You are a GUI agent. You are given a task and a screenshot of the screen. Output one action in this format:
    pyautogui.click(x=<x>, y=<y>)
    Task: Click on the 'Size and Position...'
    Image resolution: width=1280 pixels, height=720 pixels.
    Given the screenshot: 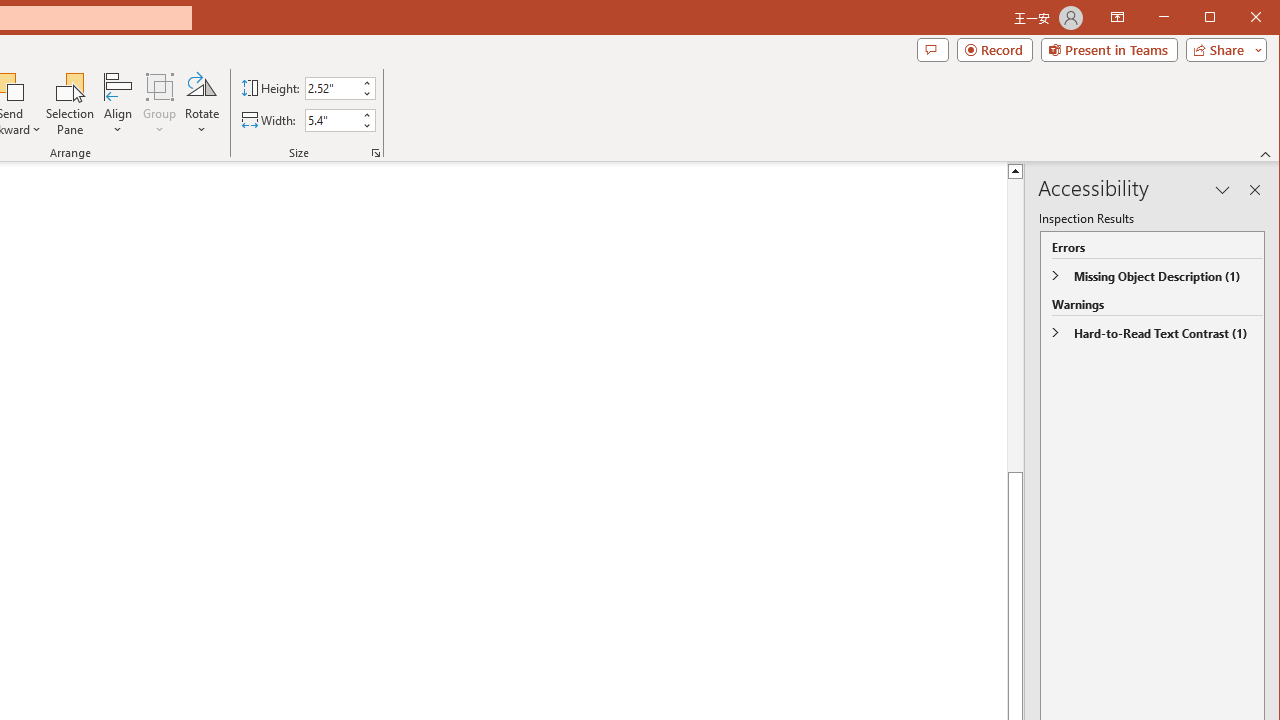 What is the action you would take?
    pyautogui.click(x=376, y=152)
    